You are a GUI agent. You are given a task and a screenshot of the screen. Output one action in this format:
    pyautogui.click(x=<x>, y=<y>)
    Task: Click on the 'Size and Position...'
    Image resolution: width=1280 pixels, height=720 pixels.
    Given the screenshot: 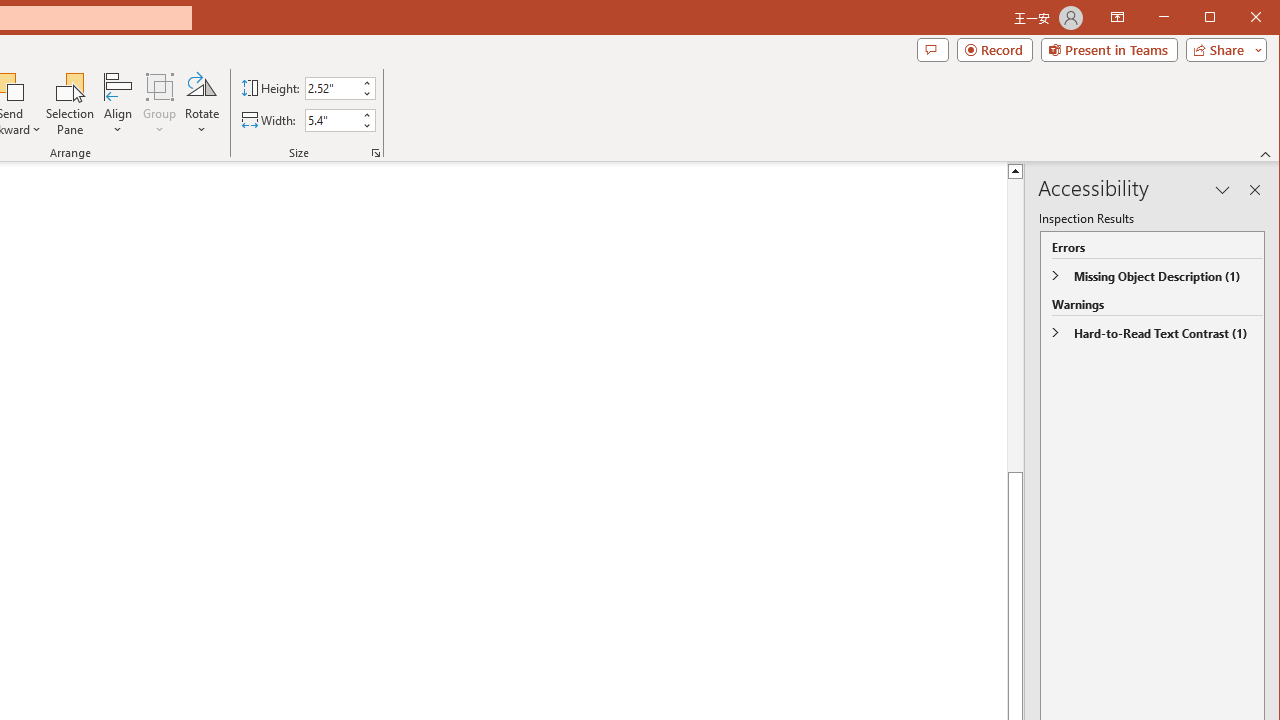 What is the action you would take?
    pyautogui.click(x=376, y=152)
    